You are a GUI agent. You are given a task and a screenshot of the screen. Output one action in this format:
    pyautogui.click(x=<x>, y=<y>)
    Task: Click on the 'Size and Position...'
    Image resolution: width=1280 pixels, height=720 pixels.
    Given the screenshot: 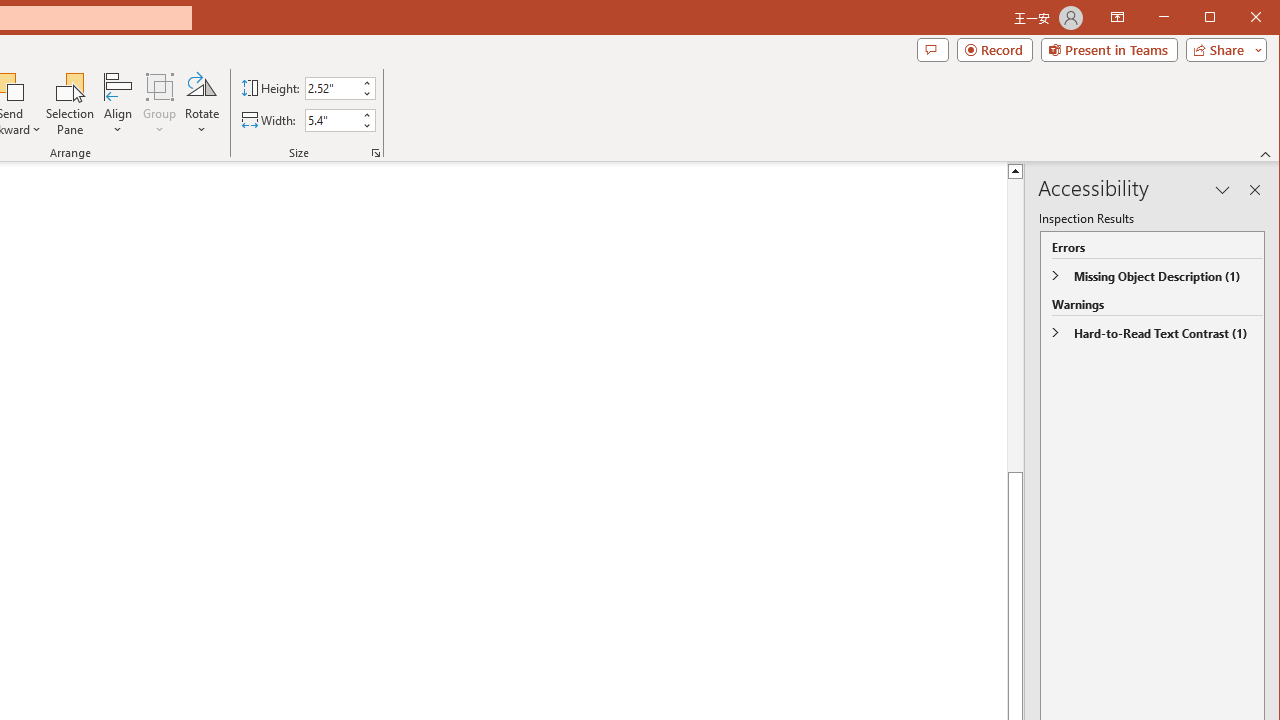 What is the action you would take?
    pyautogui.click(x=376, y=152)
    